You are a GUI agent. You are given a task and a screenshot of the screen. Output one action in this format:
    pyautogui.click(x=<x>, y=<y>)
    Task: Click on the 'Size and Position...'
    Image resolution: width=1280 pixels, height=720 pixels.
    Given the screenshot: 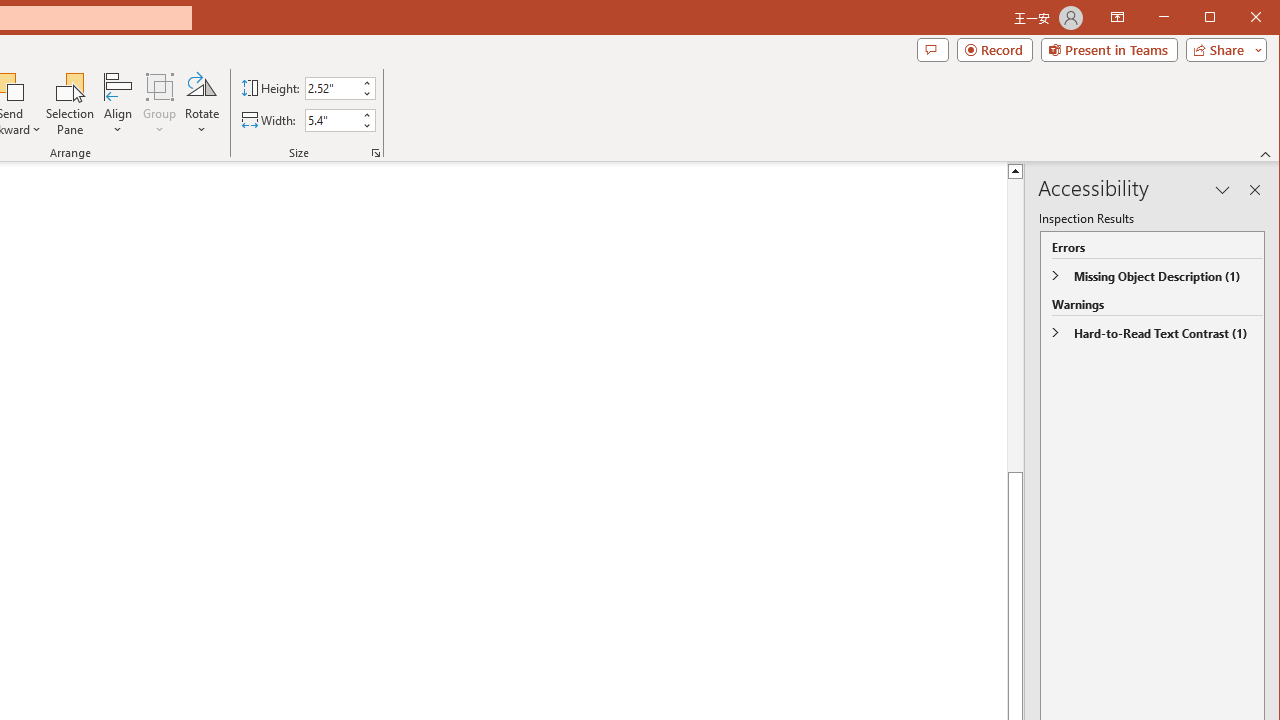 What is the action you would take?
    pyautogui.click(x=376, y=152)
    